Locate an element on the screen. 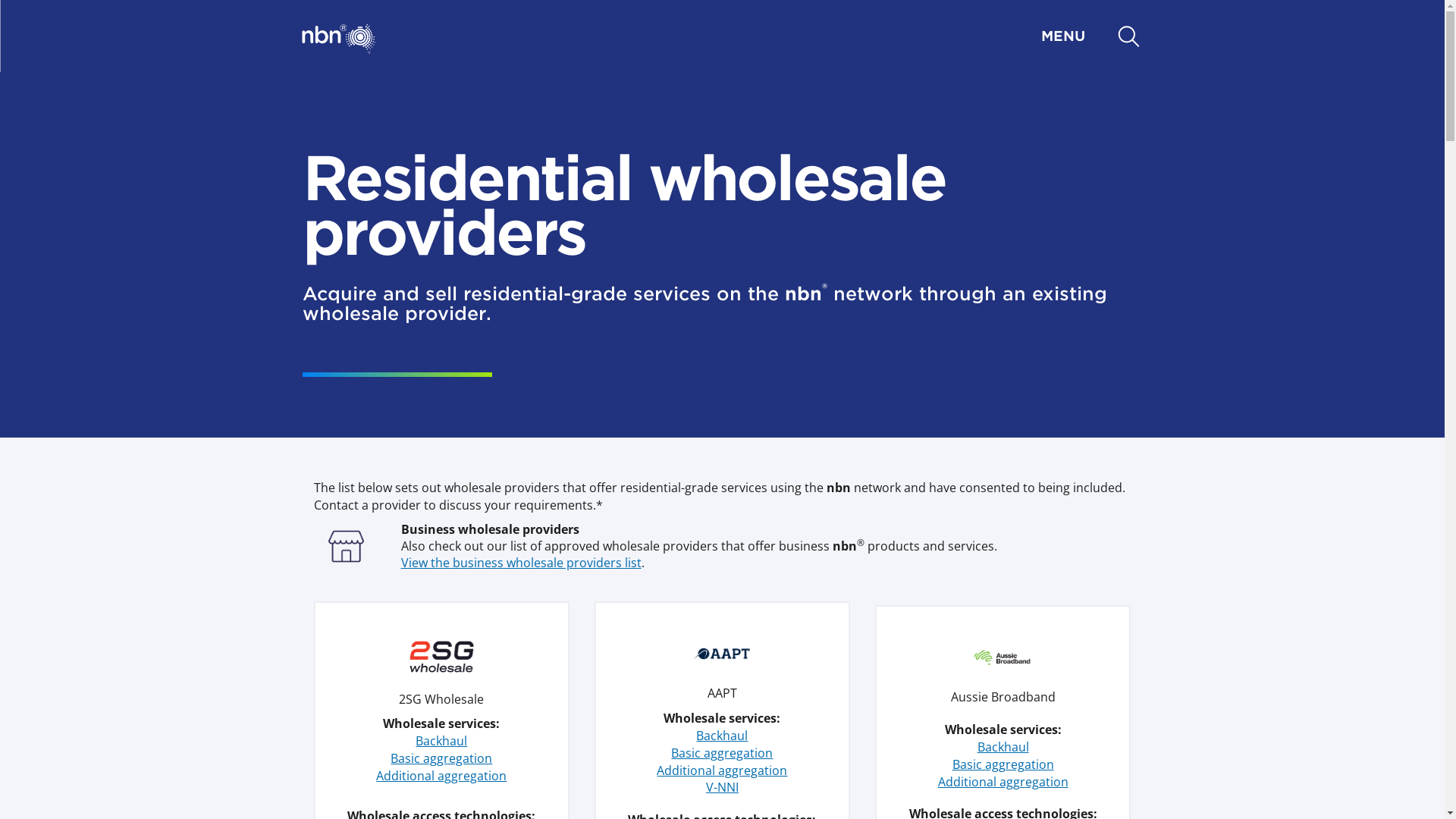 This screenshot has width=1456, height=819. 'MENU' is located at coordinates (738, 35).